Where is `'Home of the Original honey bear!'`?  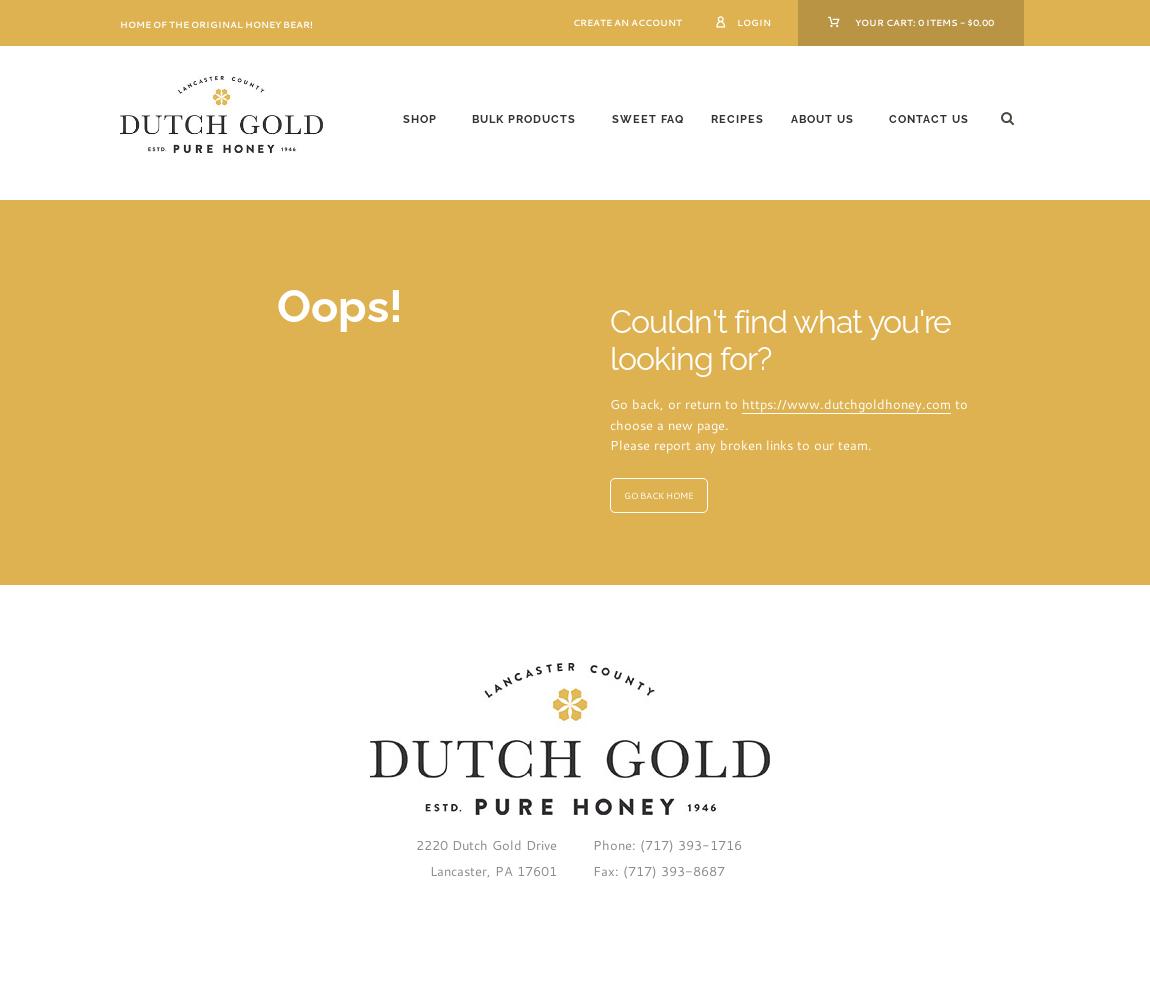 'Home of the Original honey bear!' is located at coordinates (215, 24).